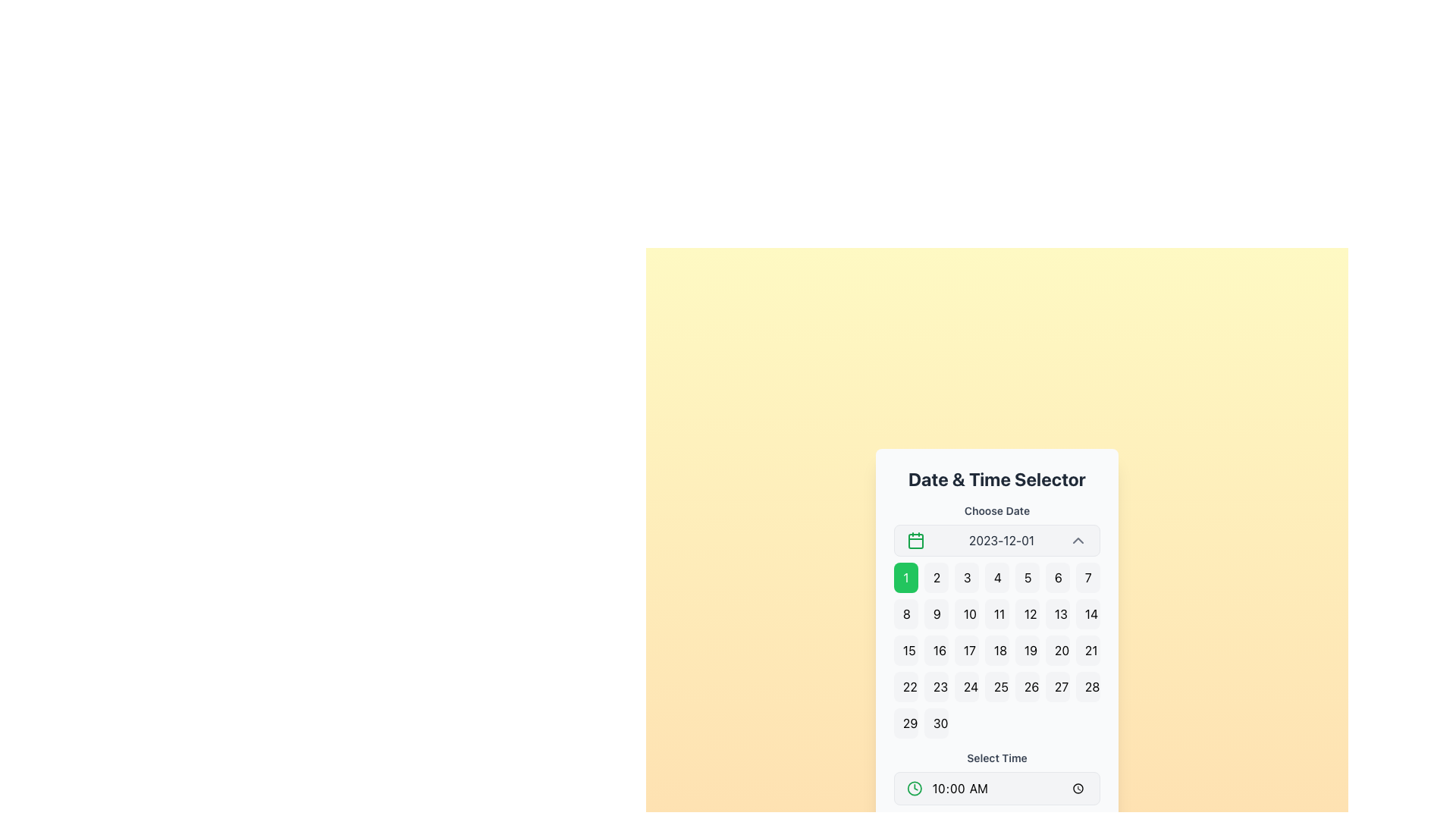 The image size is (1456, 819). What do you see at coordinates (1057, 687) in the screenshot?
I see `the button displaying the number '27' in the date picker UI` at bounding box center [1057, 687].